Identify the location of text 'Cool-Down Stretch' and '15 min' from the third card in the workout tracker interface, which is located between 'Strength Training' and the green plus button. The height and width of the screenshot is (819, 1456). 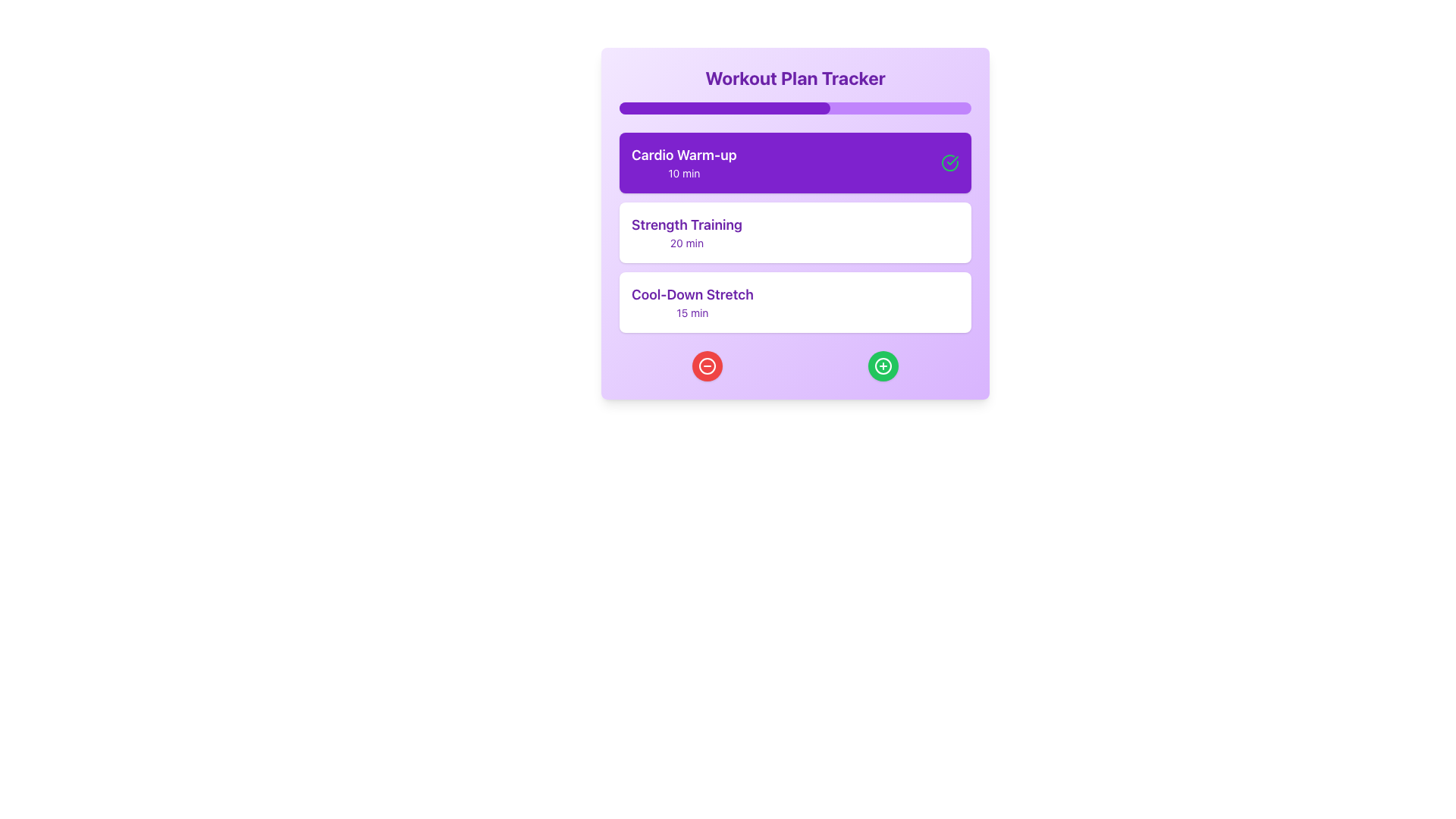
(692, 302).